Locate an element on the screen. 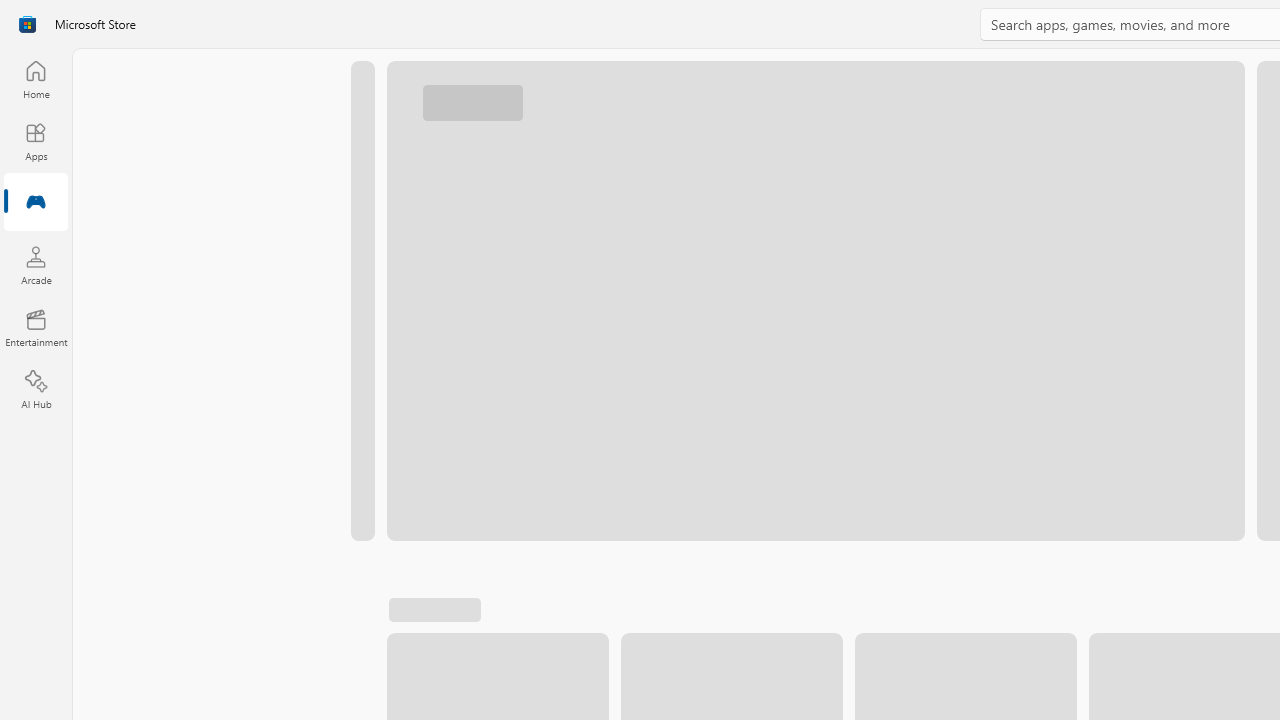  'AutomationID: Image' is located at coordinates (815, 300).